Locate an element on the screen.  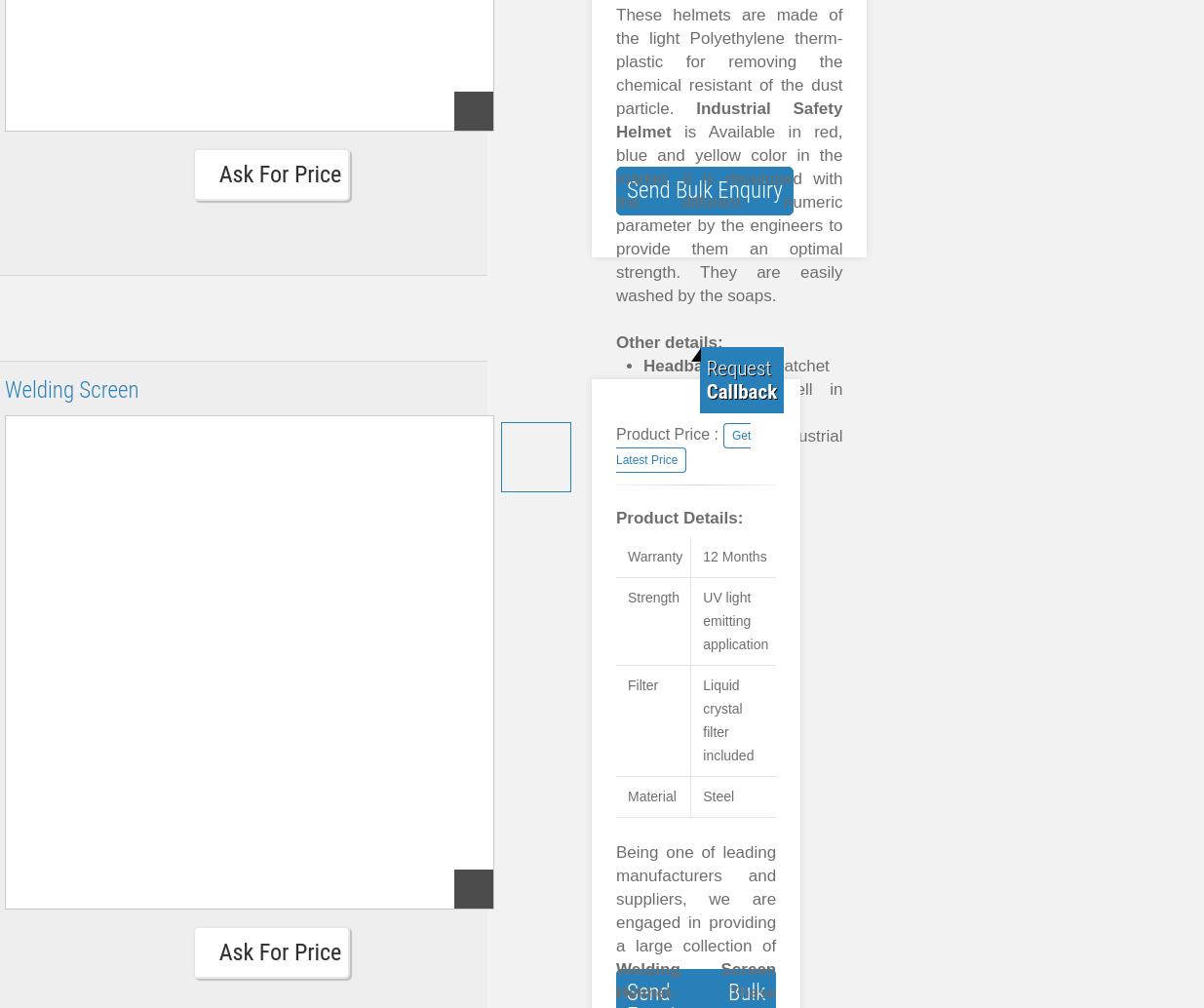
'Warranty' is located at coordinates (654, 556).